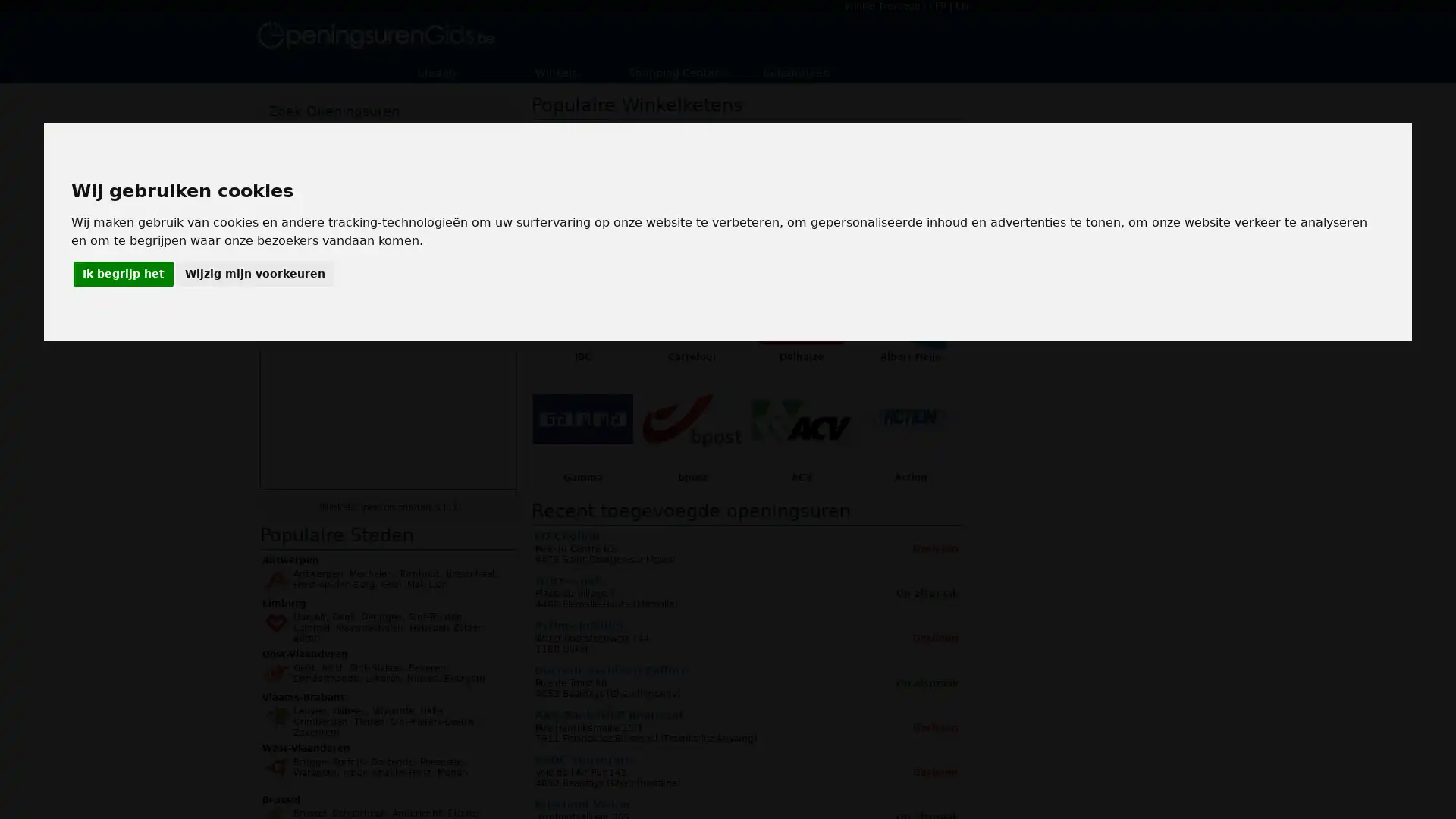 This screenshot has width=1456, height=819. Describe the element at coordinates (123, 274) in the screenshot. I see `Ik begrijp het` at that location.